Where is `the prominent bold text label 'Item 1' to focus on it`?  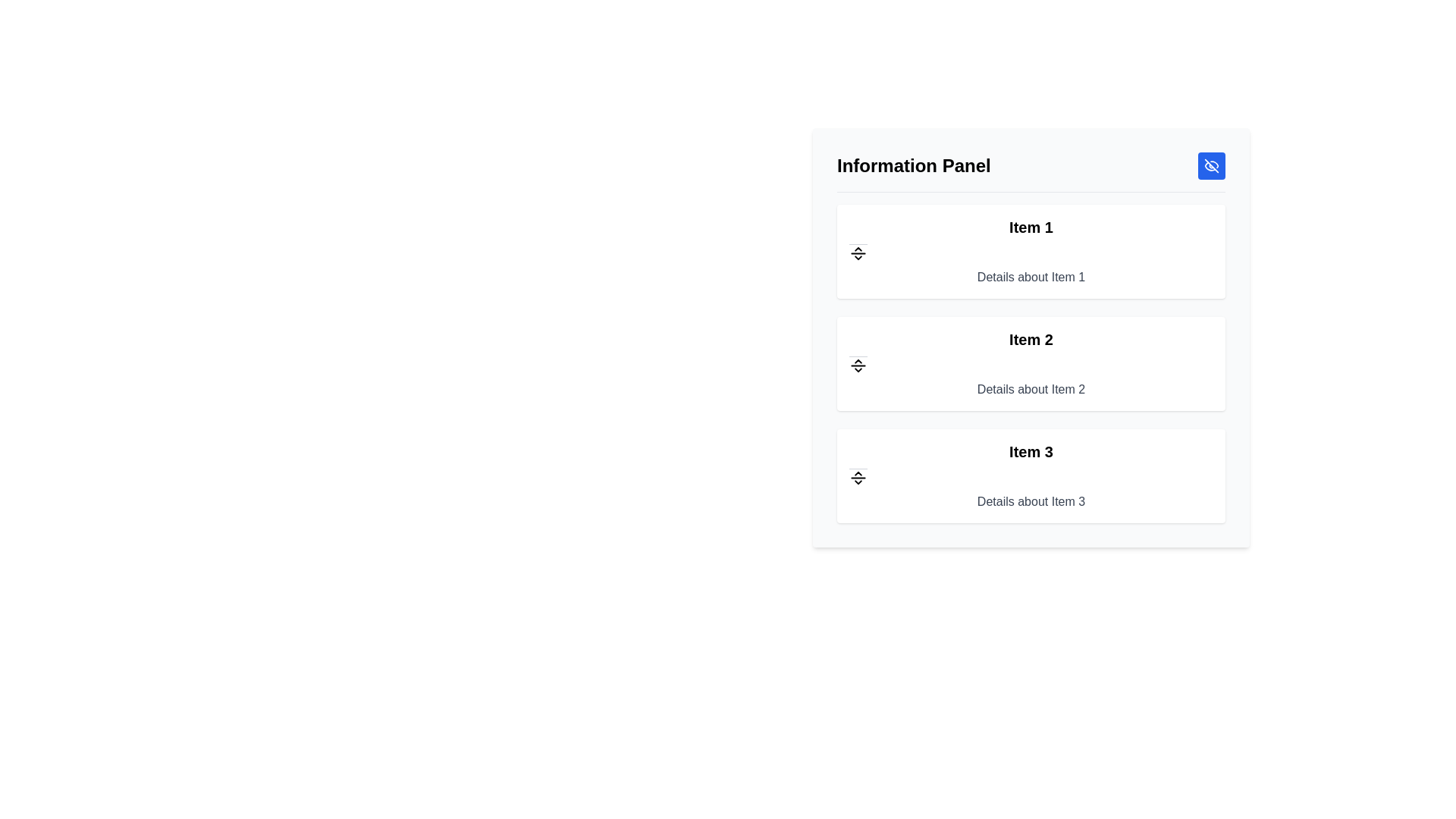 the prominent bold text label 'Item 1' to focus on it is located at coordinates (1031, 227).